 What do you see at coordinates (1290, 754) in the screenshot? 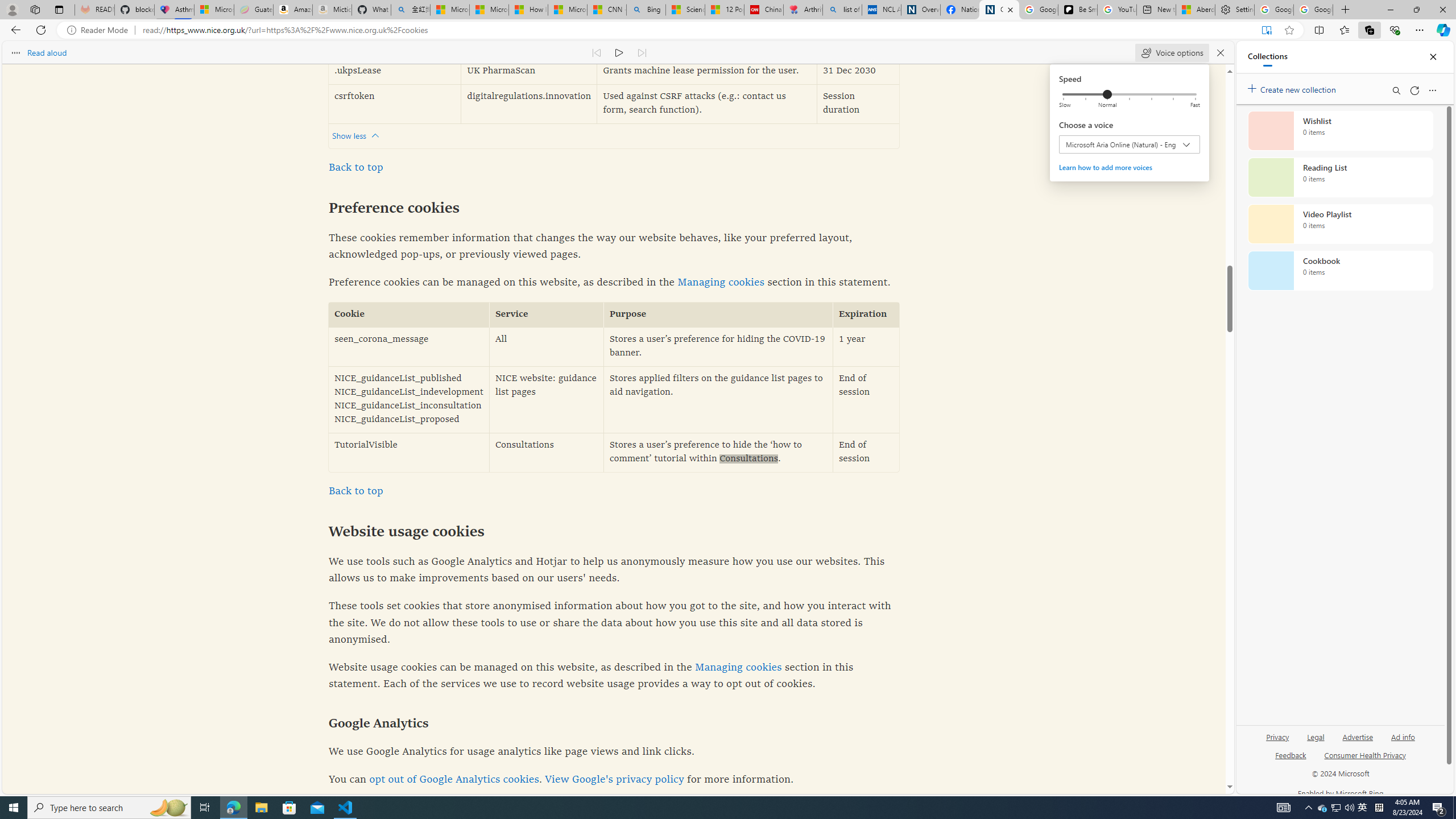
I see `'Feedback'` at bounding box center [1290, 754].